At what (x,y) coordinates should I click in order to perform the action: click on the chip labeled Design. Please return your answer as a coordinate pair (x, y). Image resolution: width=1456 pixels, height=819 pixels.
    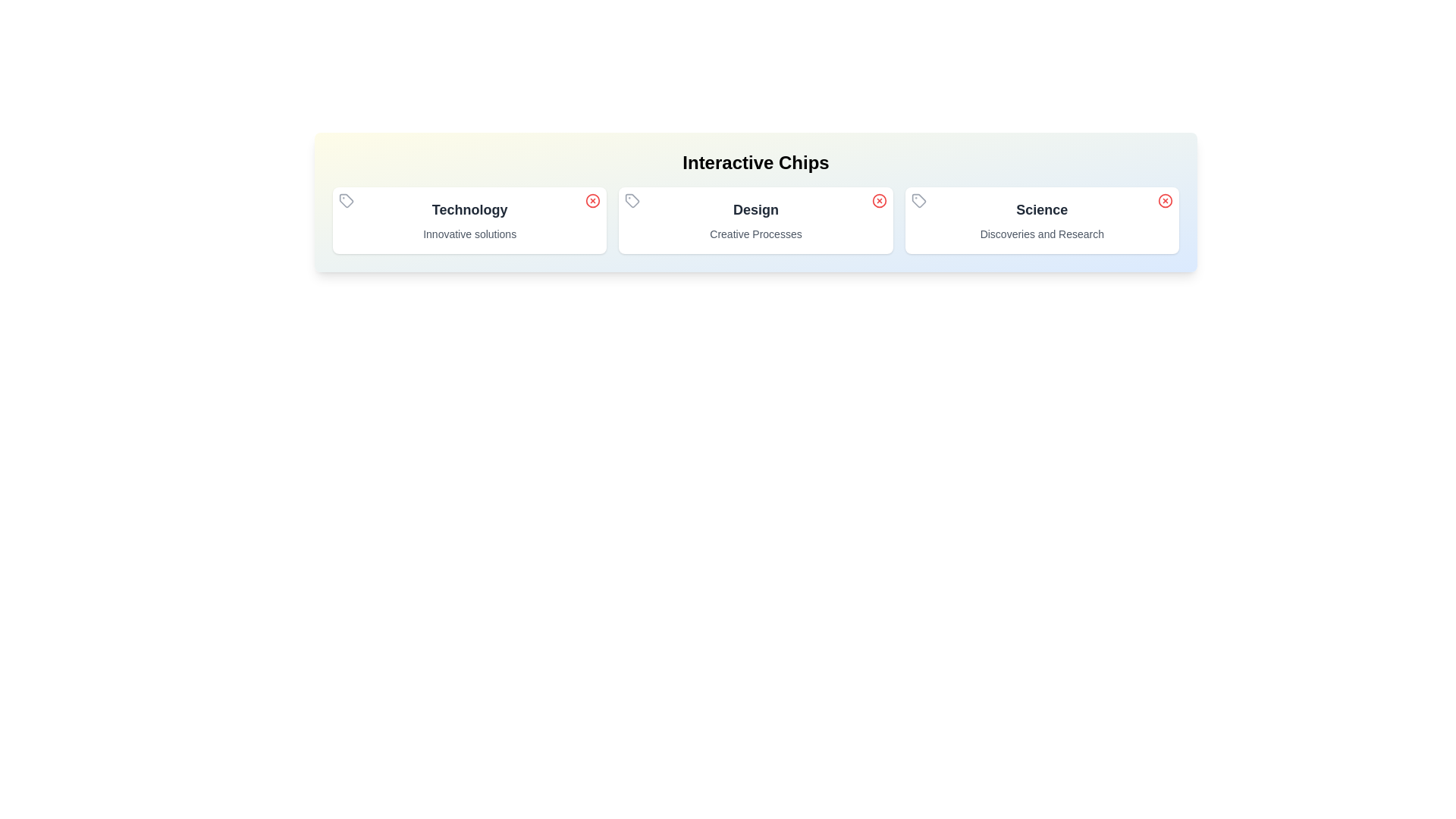
    Looking at the image, I should click on (756, 220).